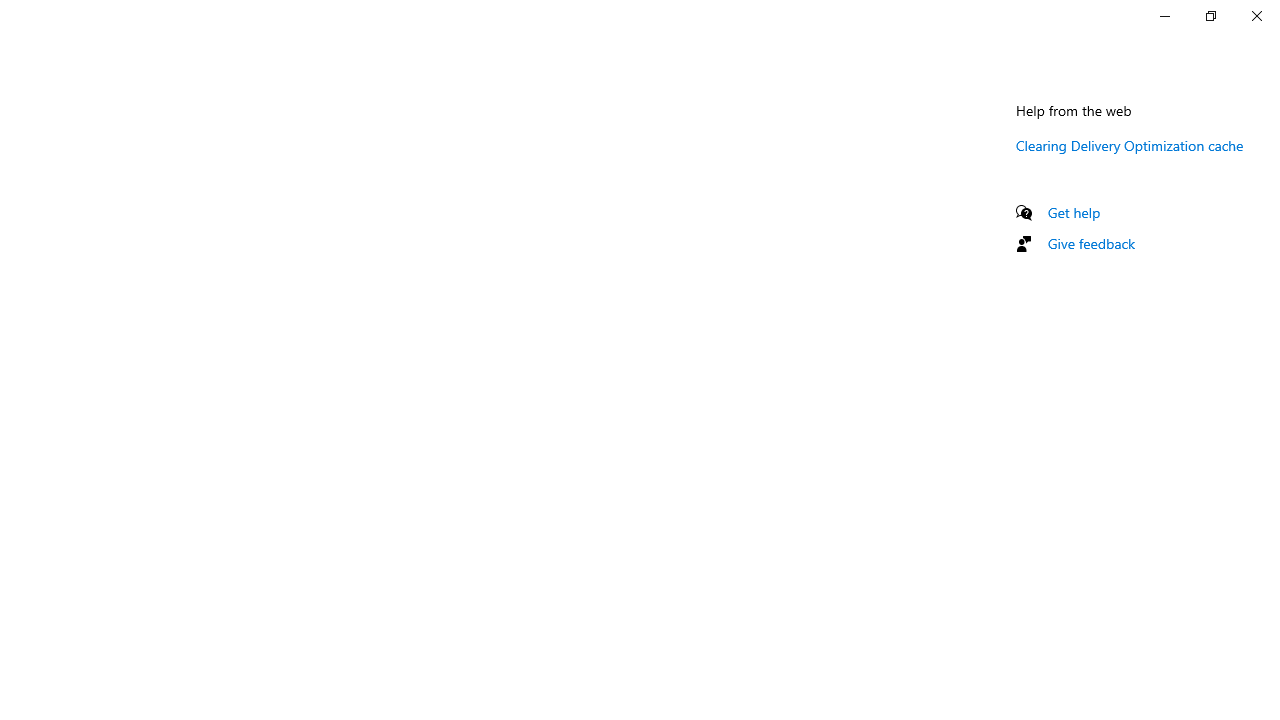  What do you see at coordinates (1090, 242) in the screenshot?
I see `'Give feedback'` at bounding box center [1090, 242].